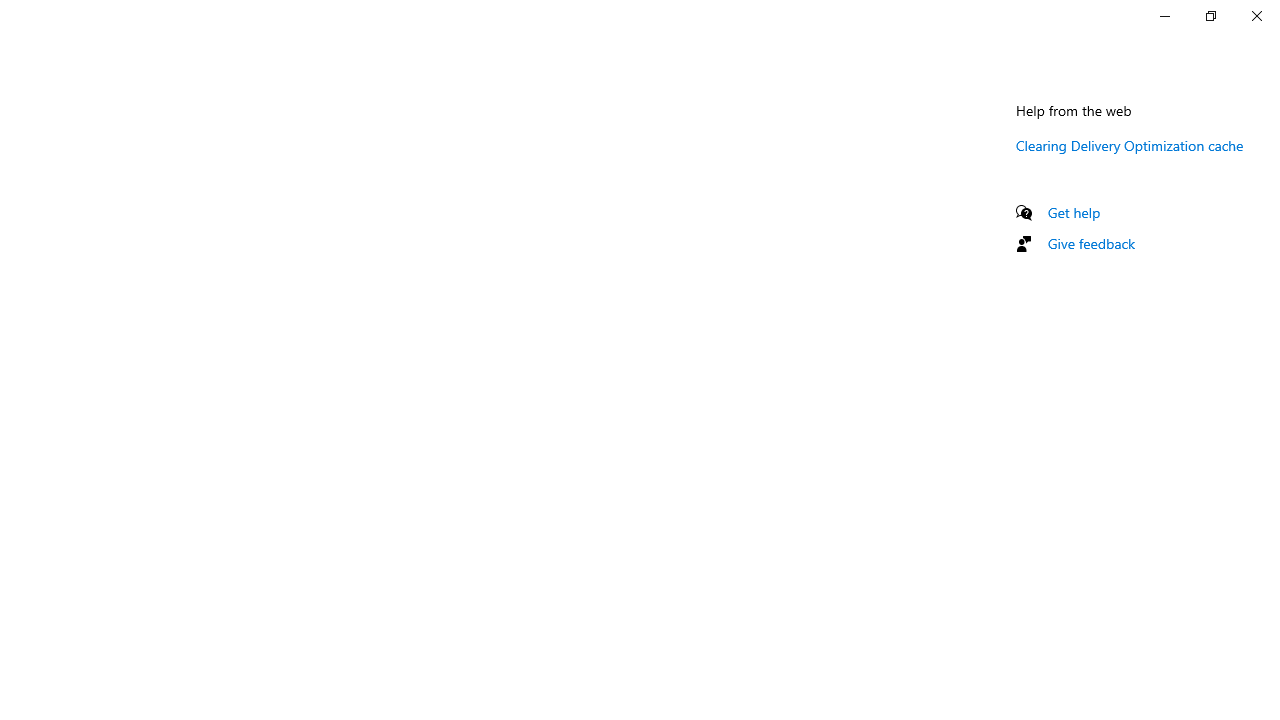  What do you see at coordinates (1090, 242) in the screenshot?
I see `'Give feedback'` at bounding box center [1090, 242].